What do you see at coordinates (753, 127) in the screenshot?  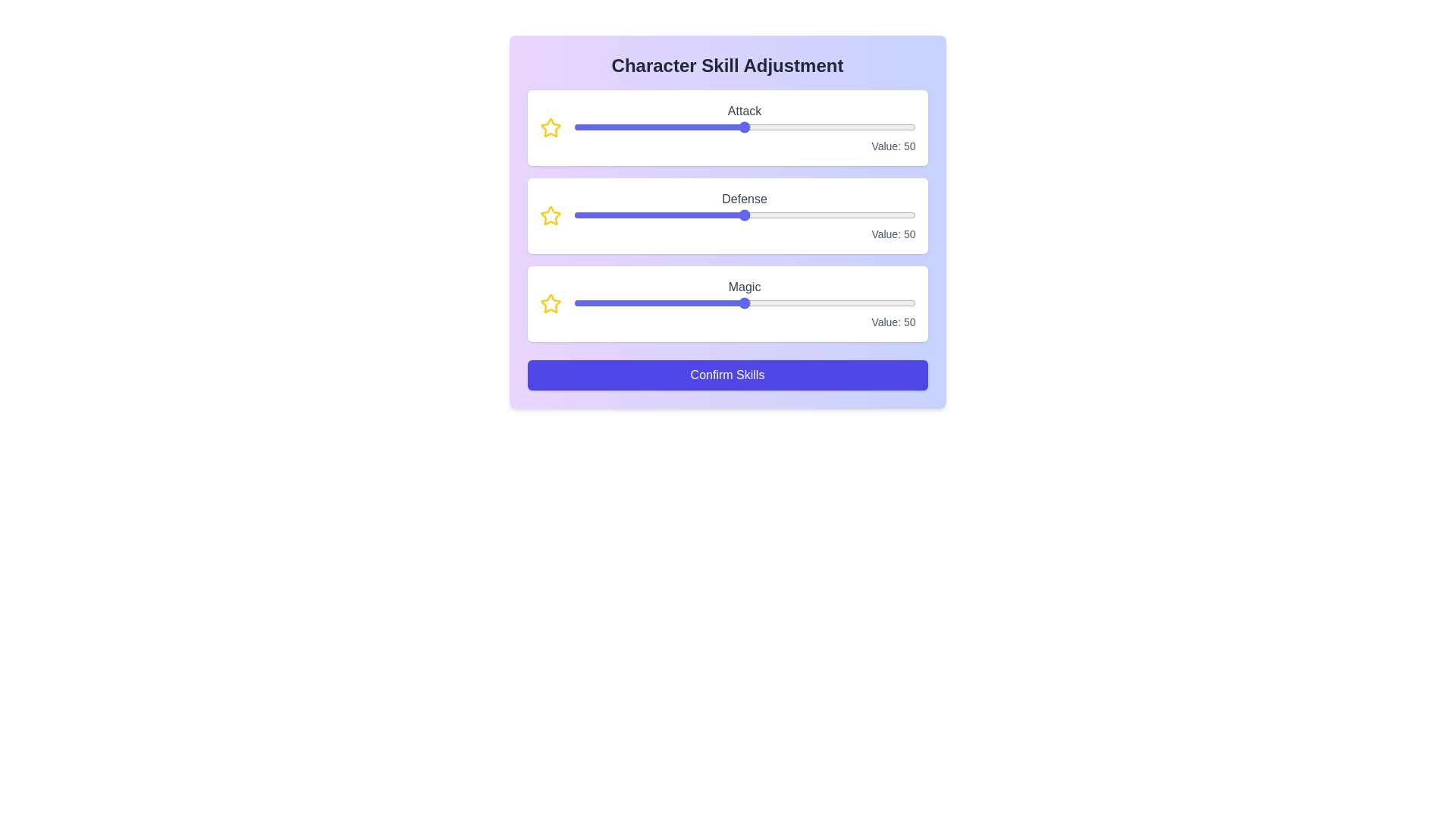 I see `the 0 slider to 5` at bounding box center [753, 127].